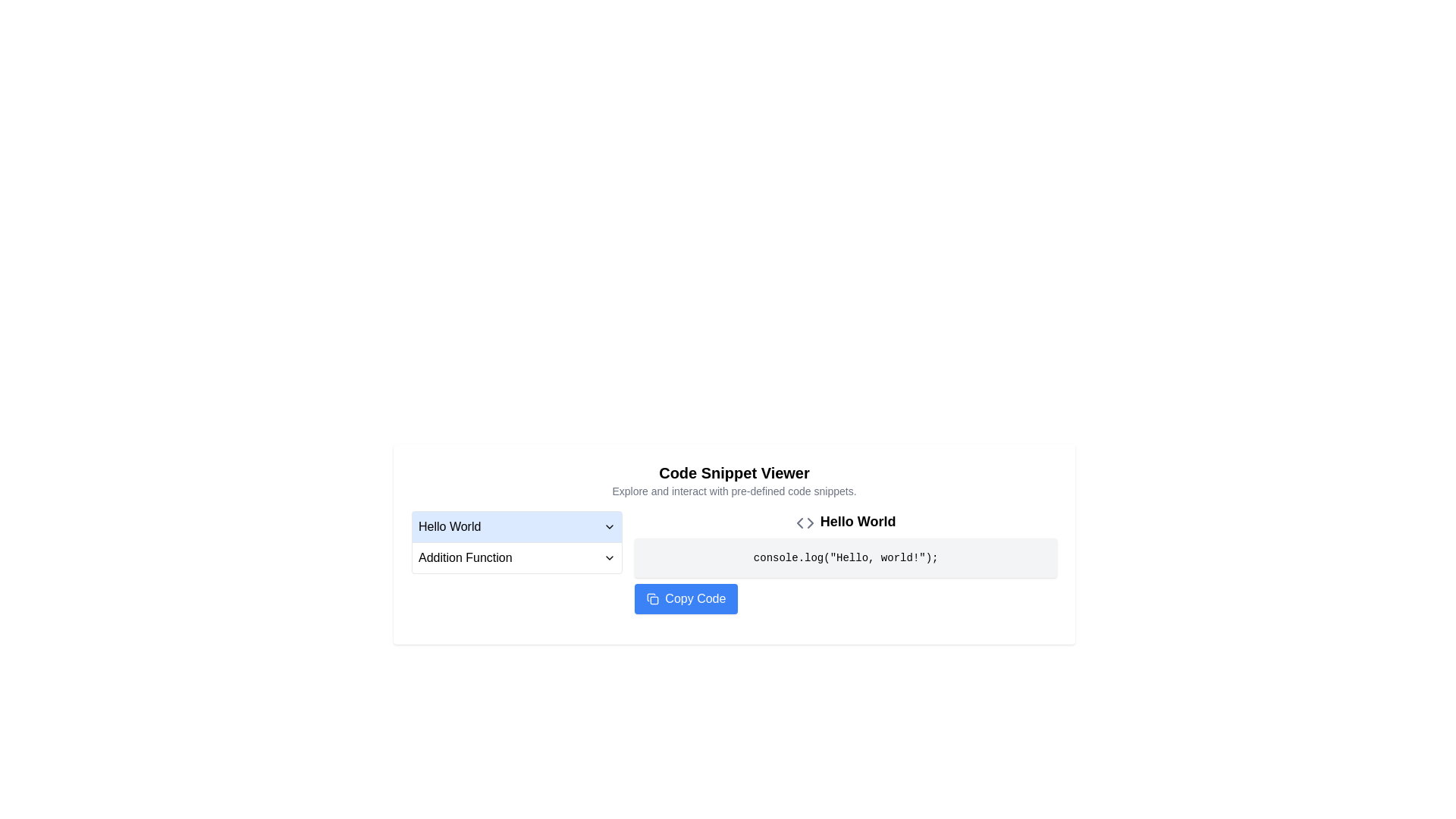 The width and height of the screenshot is (1456, 819). I want to click on the first row in the dropdown list to interact with it, which may reveal further options or trigger a specific action, so click(517, 526).